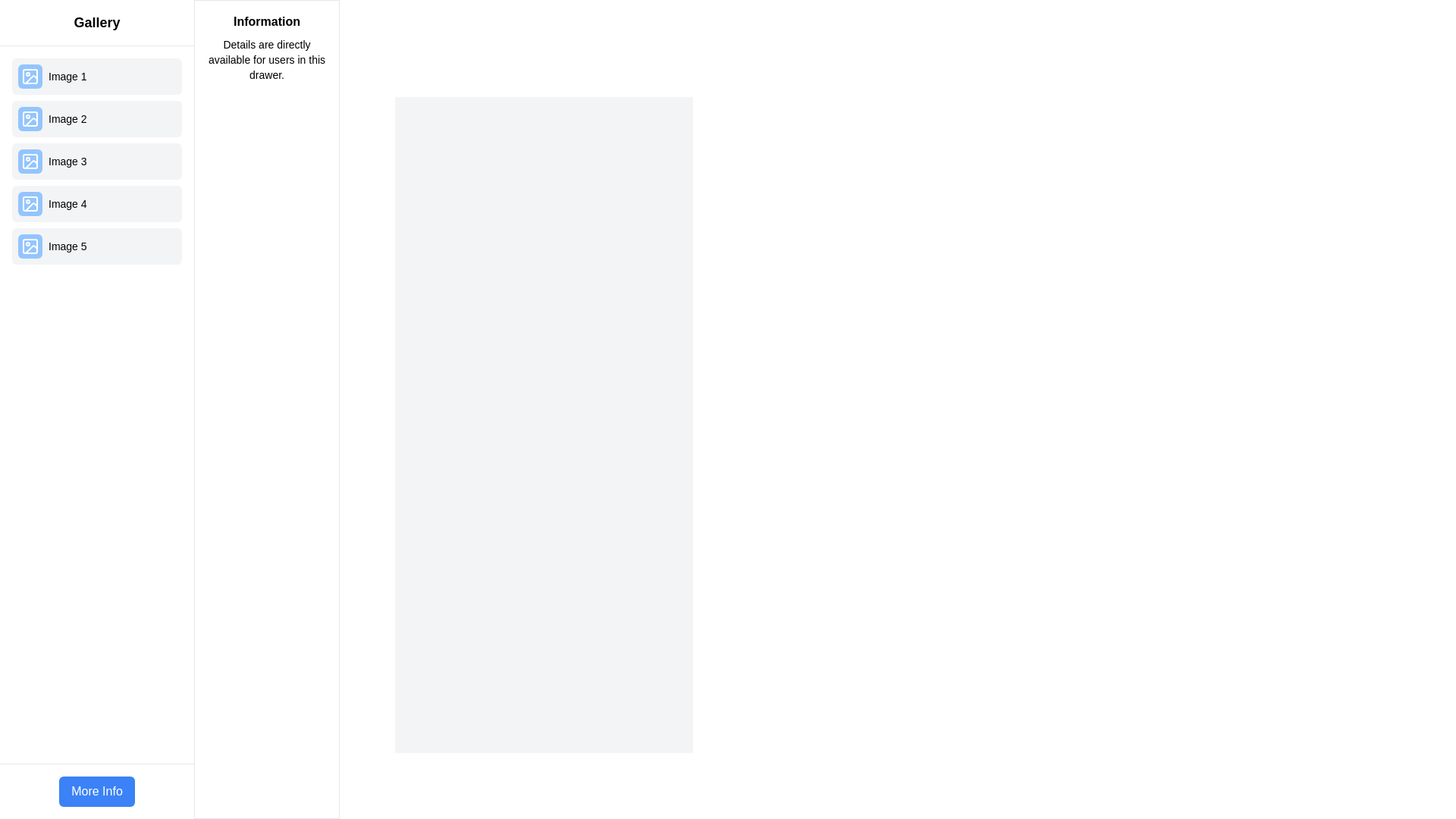 Image resolution: width=1456 pixels, height=819 pixels. Describe the element at coordinates (30, 203) in the screenshot. I see `the graphical SVG rectangle element representing the icon of the fourth list entry named 'Image 4' in the gallery panel` at that location.